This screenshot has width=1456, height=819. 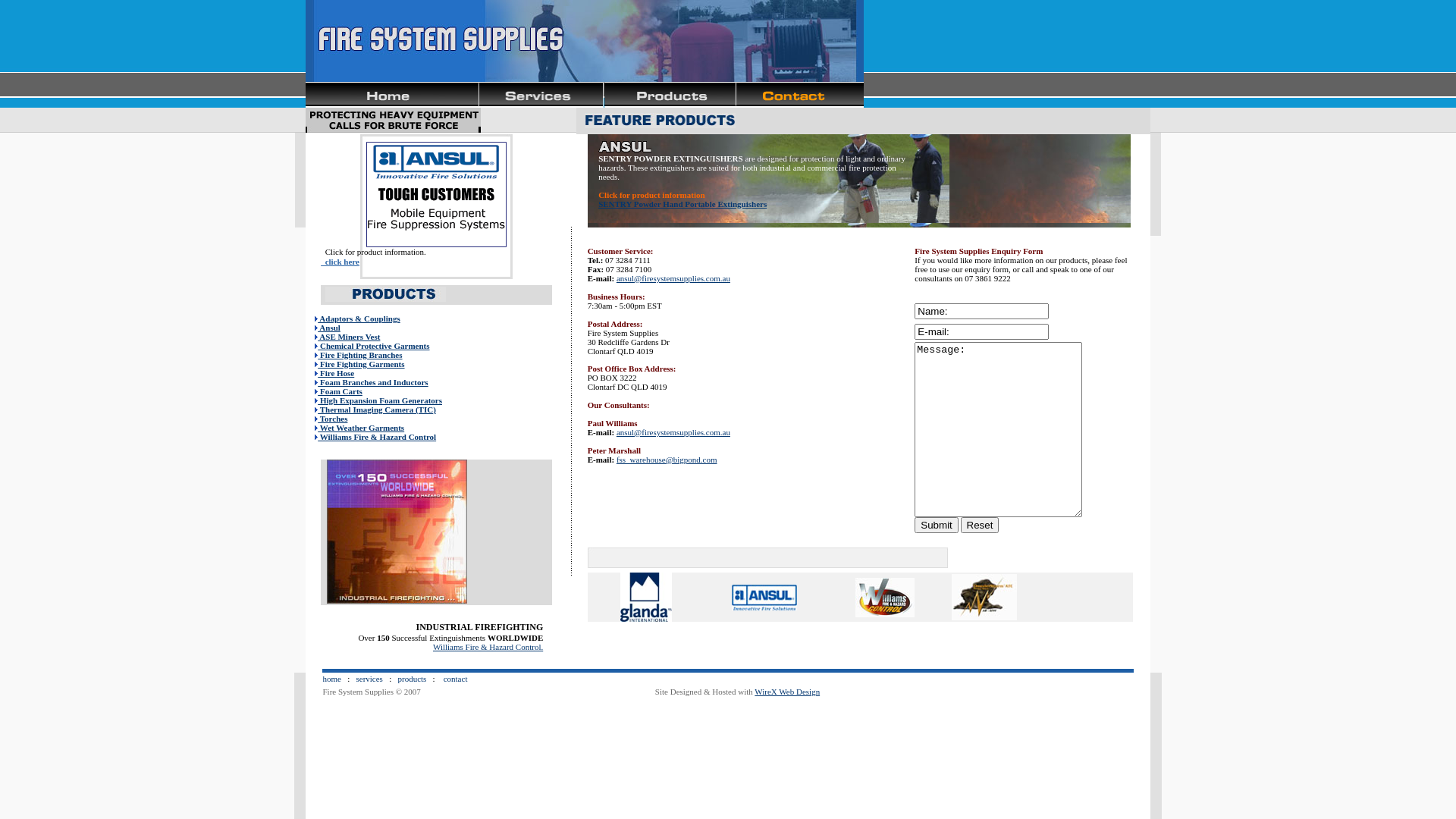 What do you see at coordinates (375, 436) in the screenshot?
I see `' Williams Fire & Hazard Control'` at bounding box center [375, 436].